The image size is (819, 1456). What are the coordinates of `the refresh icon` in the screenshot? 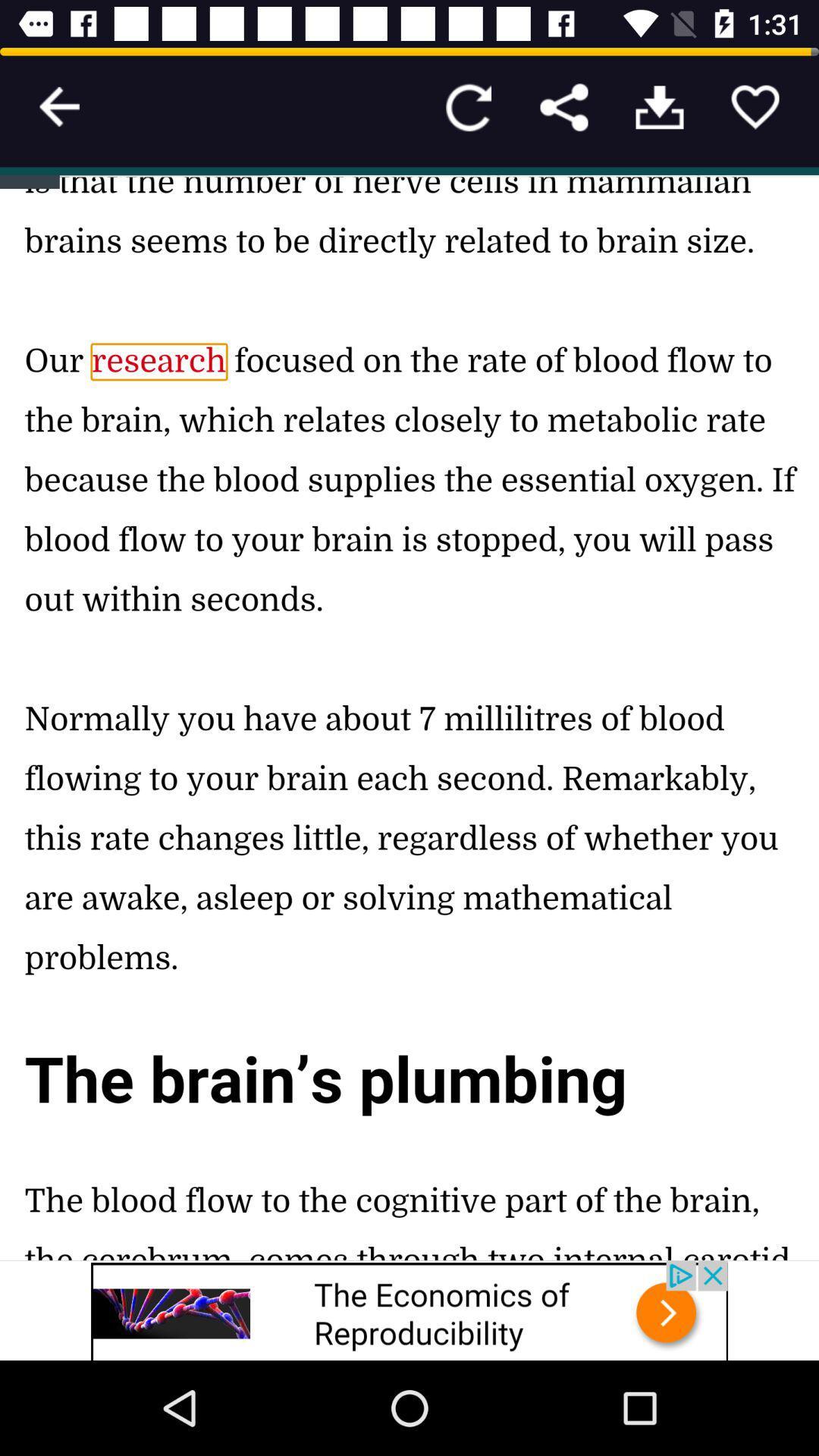 It's located at (467, 106).